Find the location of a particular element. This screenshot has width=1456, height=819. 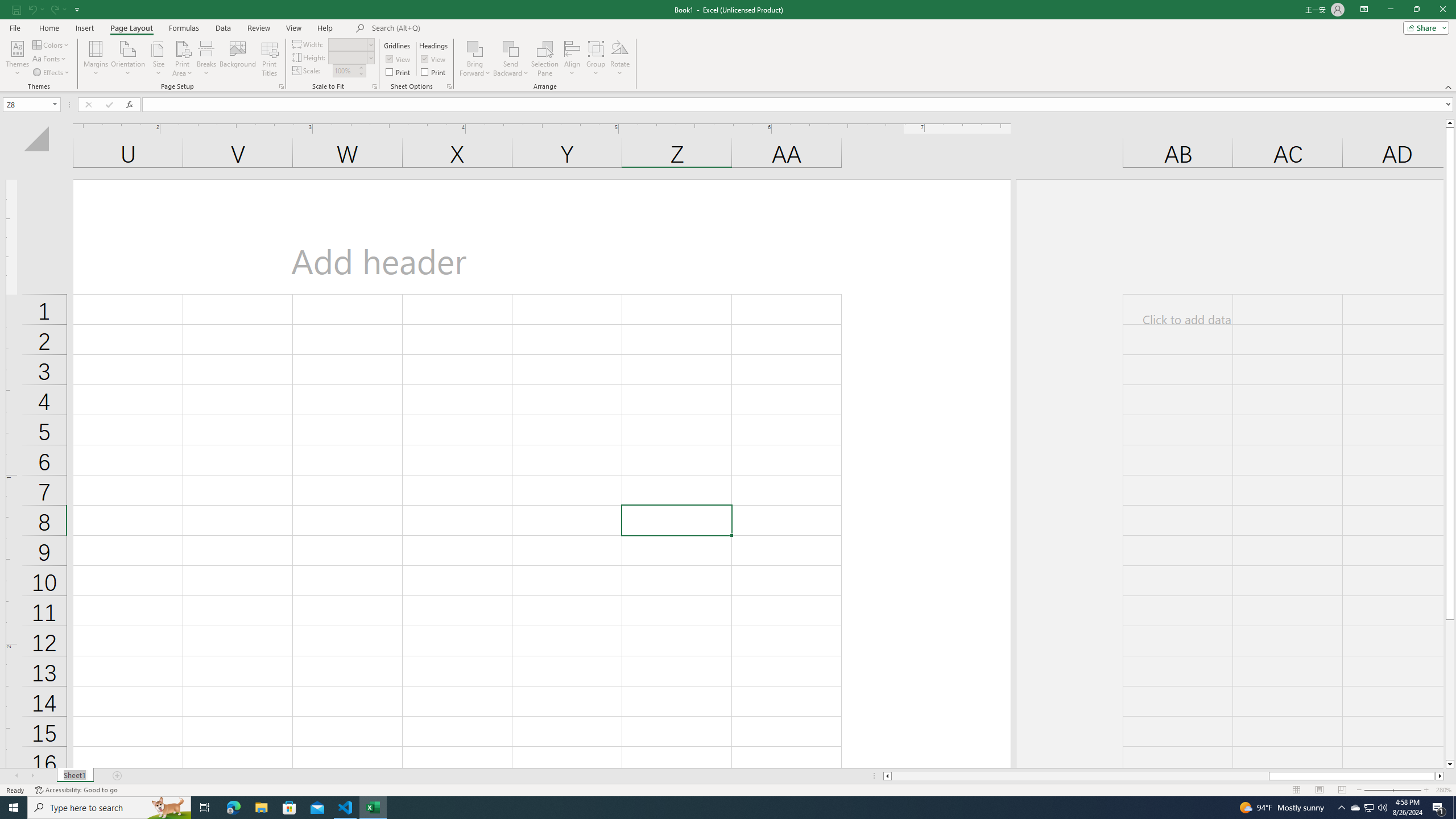

'Colors' is located at coordinates (51, 44).